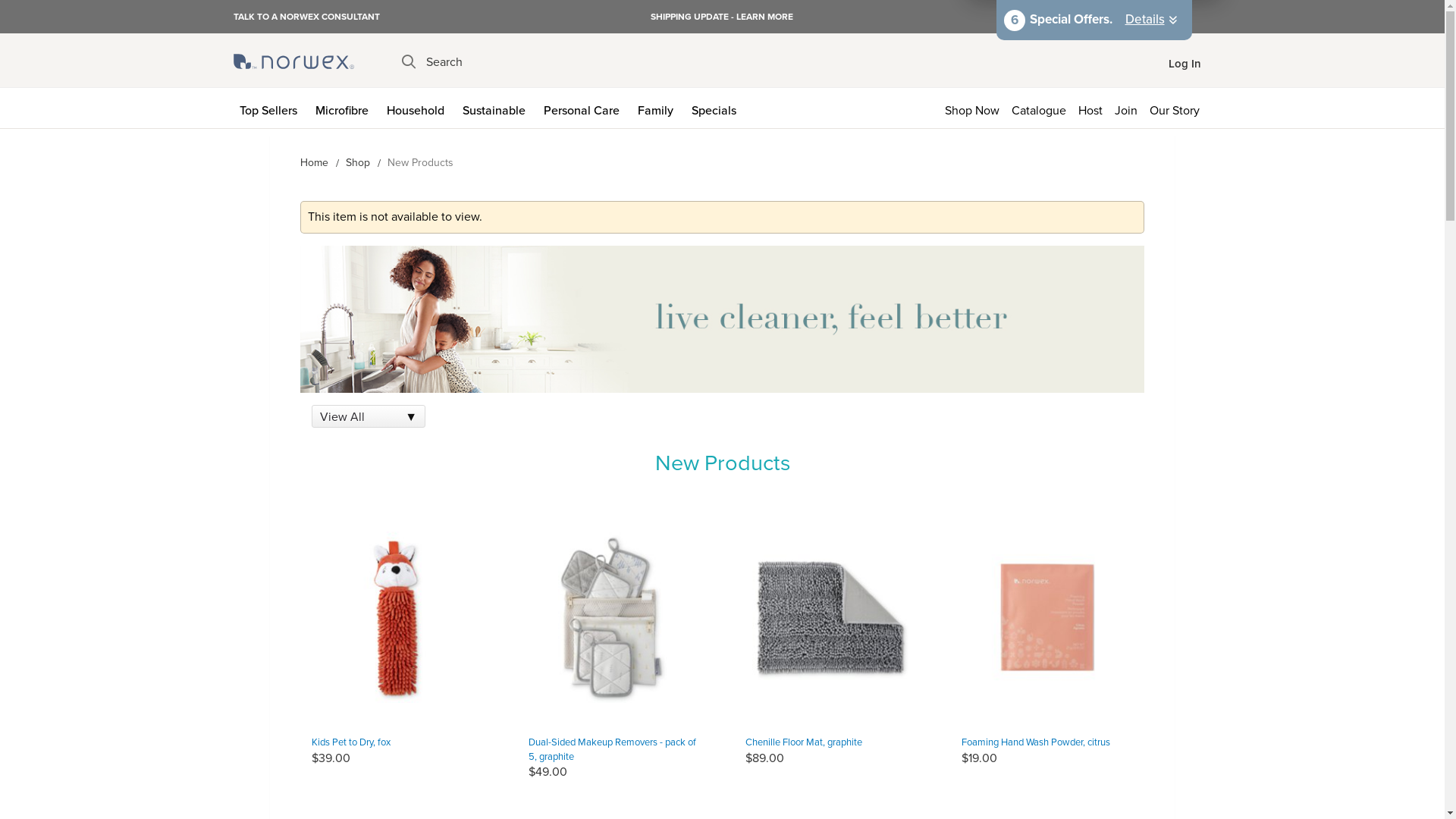 This screenshot has width=1456, height=819. I want to click on 'Our Story', so click(1177, 107).